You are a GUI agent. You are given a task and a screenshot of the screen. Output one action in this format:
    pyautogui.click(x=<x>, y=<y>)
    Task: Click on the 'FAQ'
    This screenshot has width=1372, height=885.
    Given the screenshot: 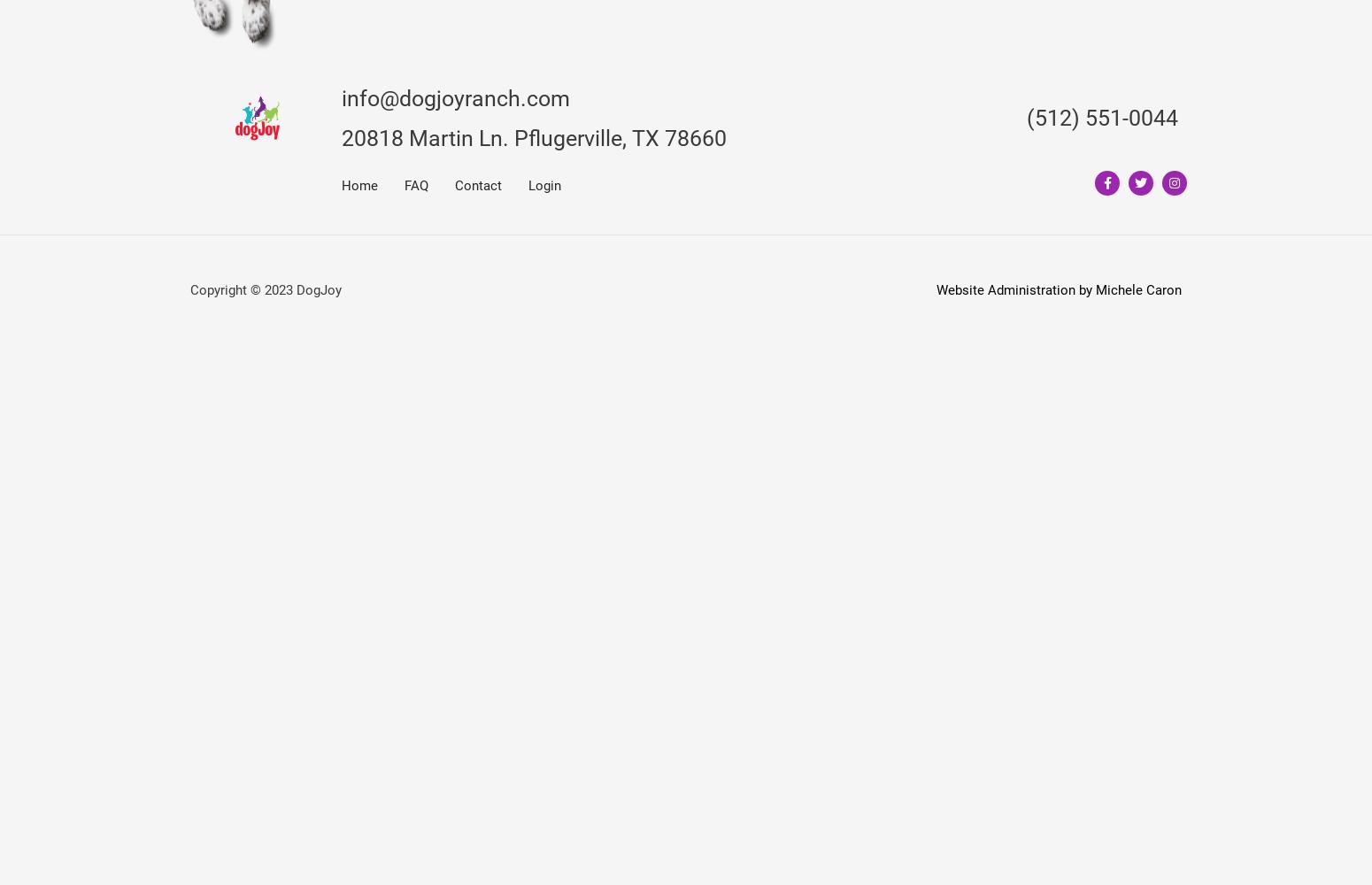 What is the action you would take?
    pyautogui.click(x=415, y=184)
    